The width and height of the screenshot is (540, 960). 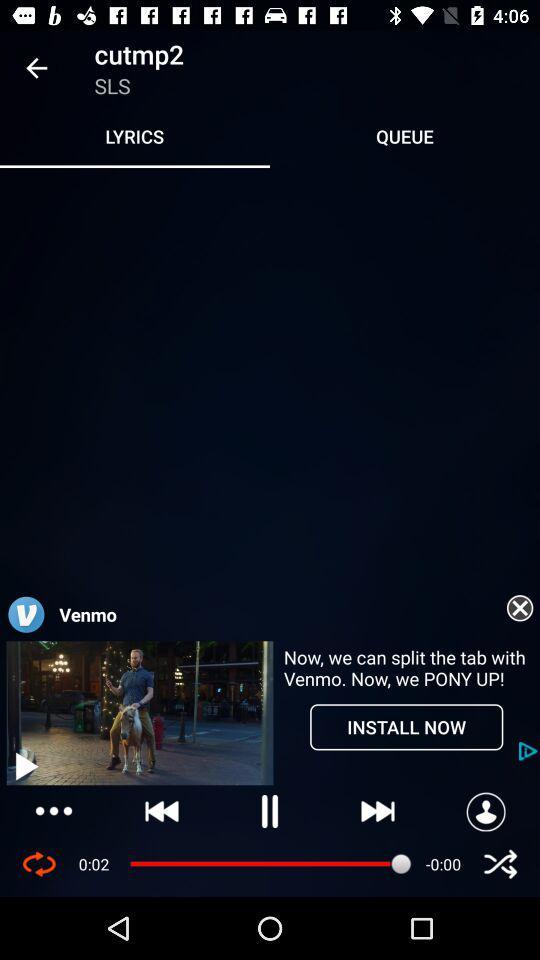 I want to click on the sliders icon, so click(x=54, y=811).